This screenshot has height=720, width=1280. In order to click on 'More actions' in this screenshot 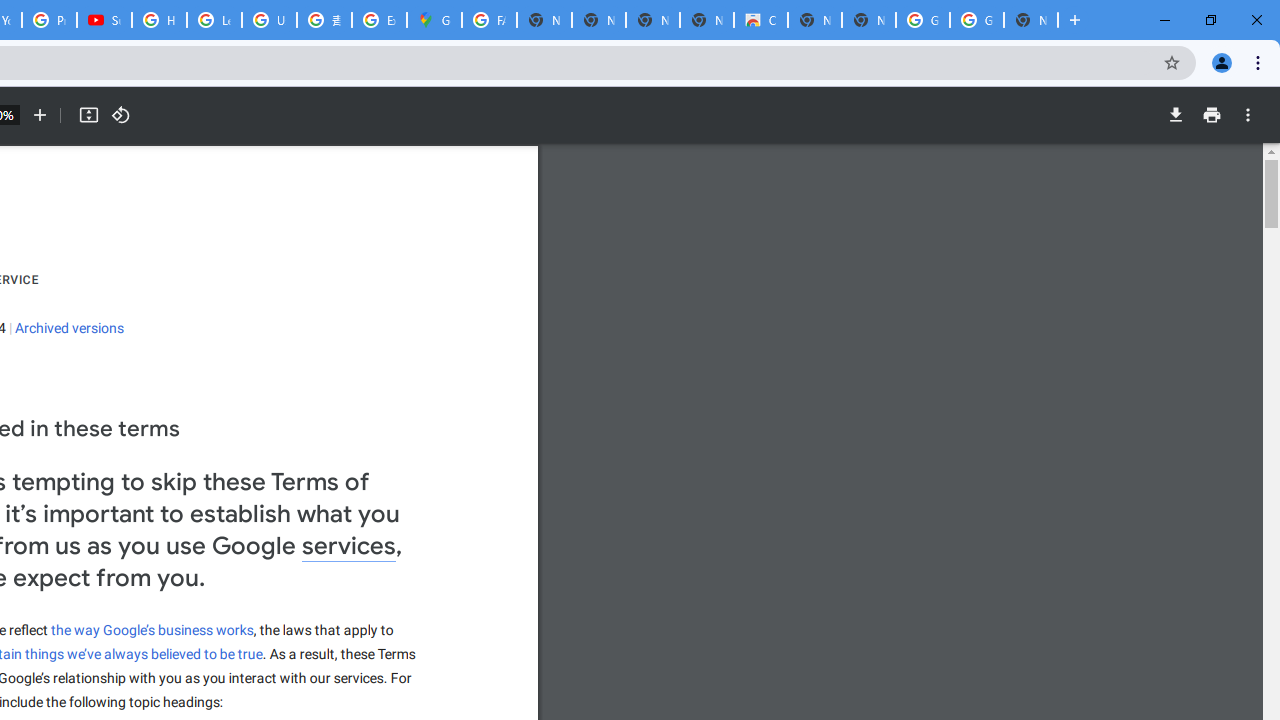, I will do `click(1247, 115)`.